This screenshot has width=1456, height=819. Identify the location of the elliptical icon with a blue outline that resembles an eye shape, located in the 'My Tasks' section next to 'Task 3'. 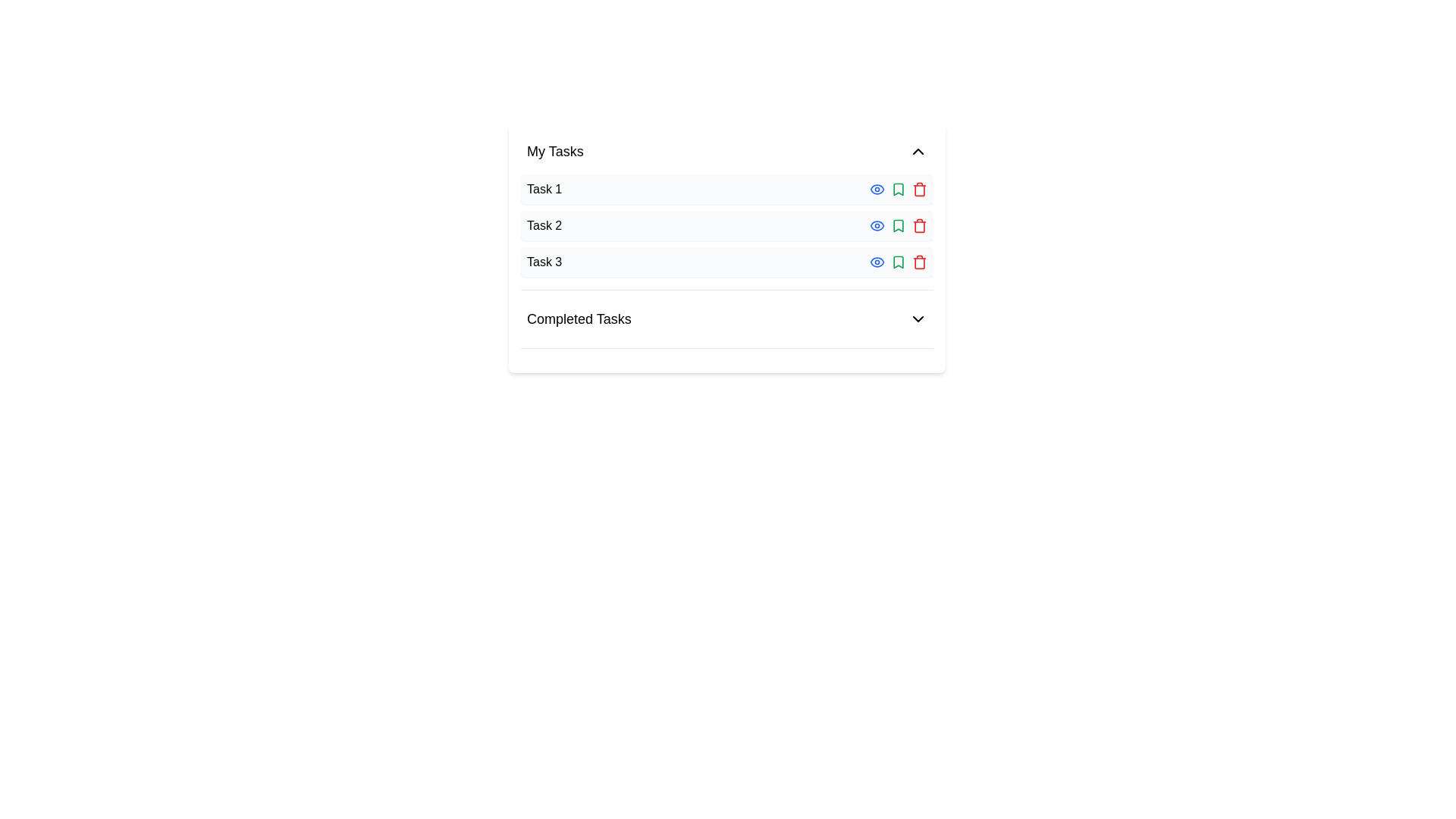
(877, 225).